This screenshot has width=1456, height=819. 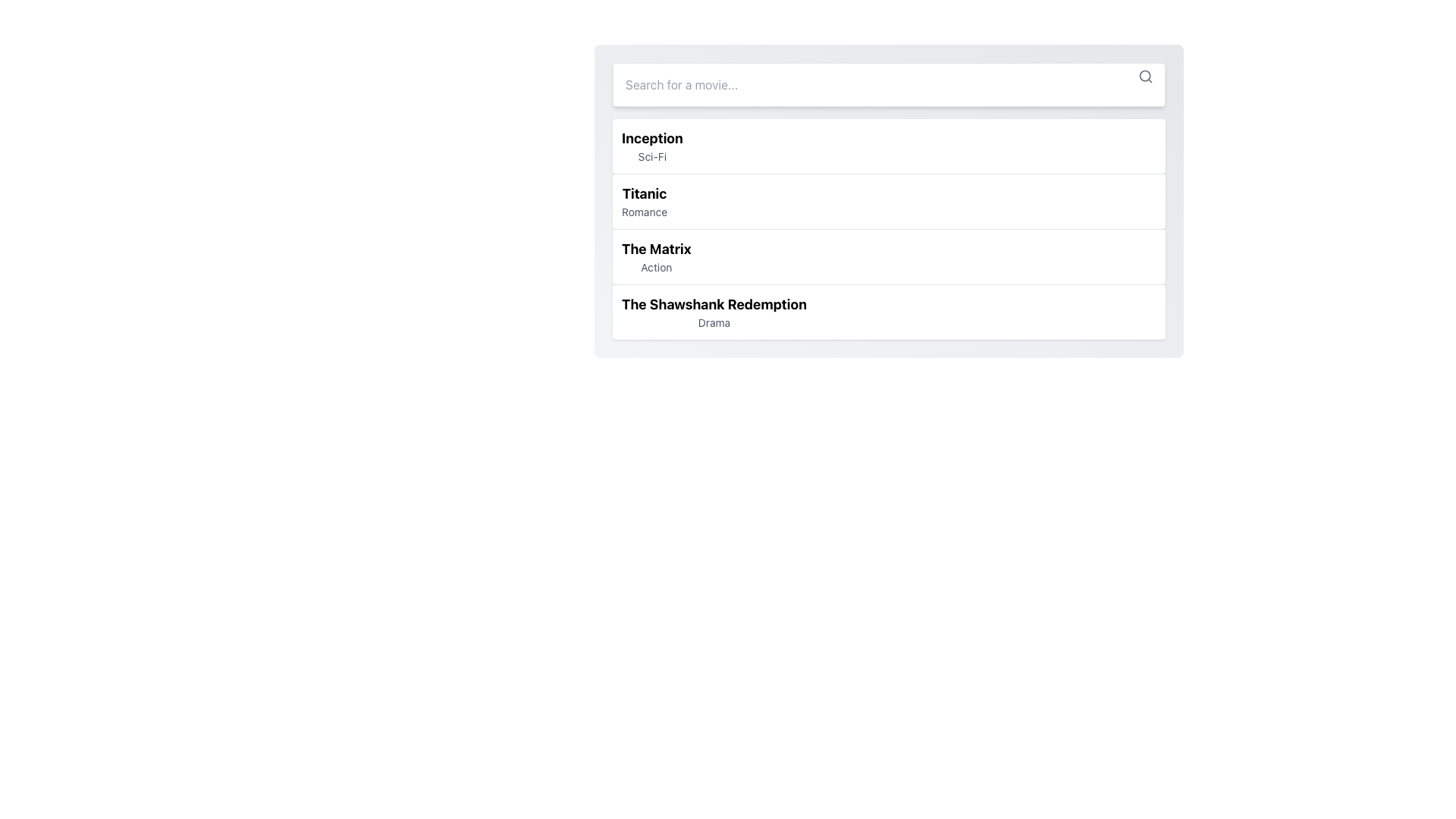 What do you see at coordinates (889, 146) in the screenshot?
I see `the first list item representing the movie 'Inception'` at bounding box center [889, 146].